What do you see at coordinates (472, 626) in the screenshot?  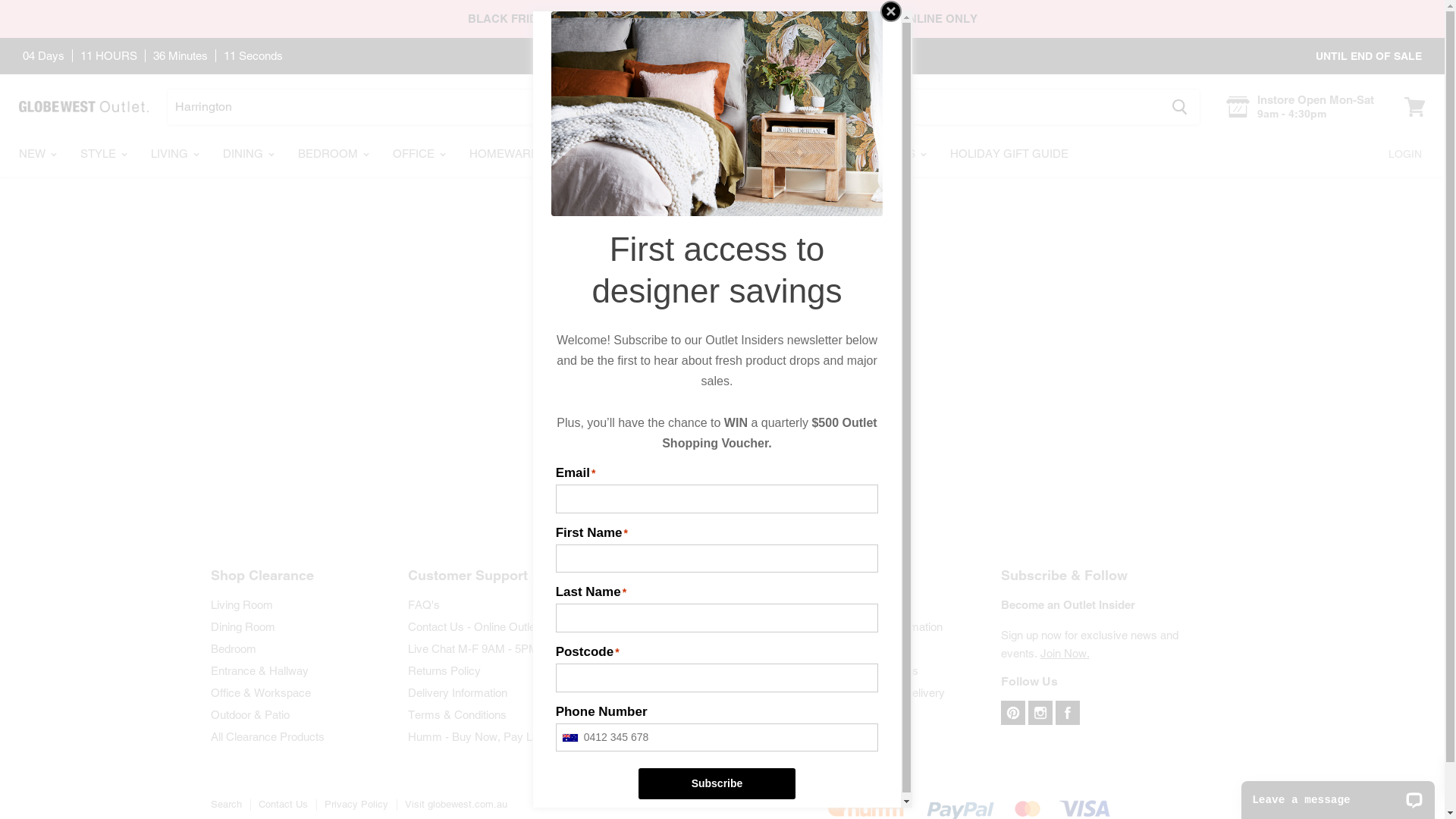 I see `'Contact Us - Online Outlet'` at bounding box center [472, 626].